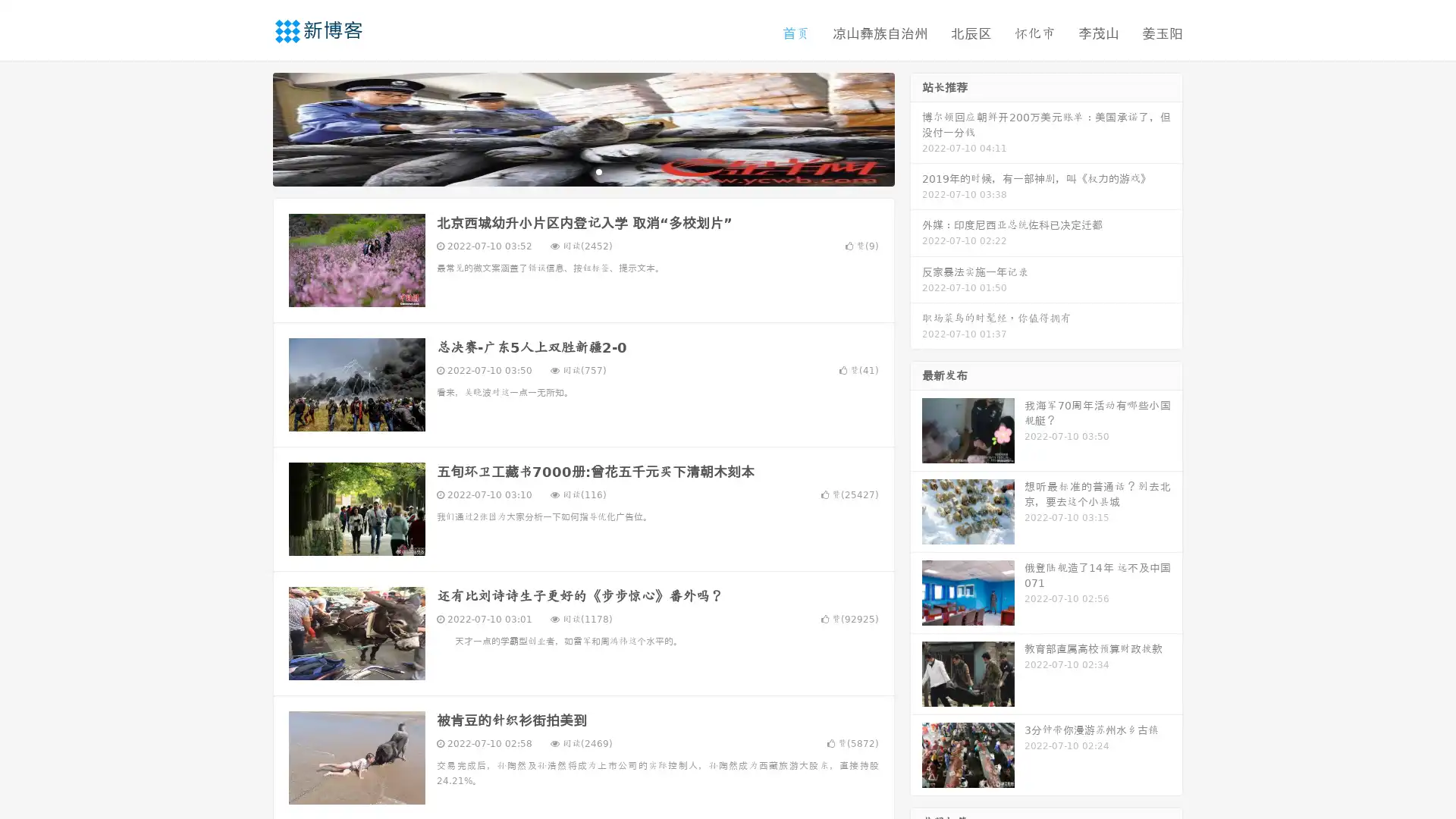 This screenshot has height=819, width=1456. I want to click on Go to slide 1, so click(567, 171).